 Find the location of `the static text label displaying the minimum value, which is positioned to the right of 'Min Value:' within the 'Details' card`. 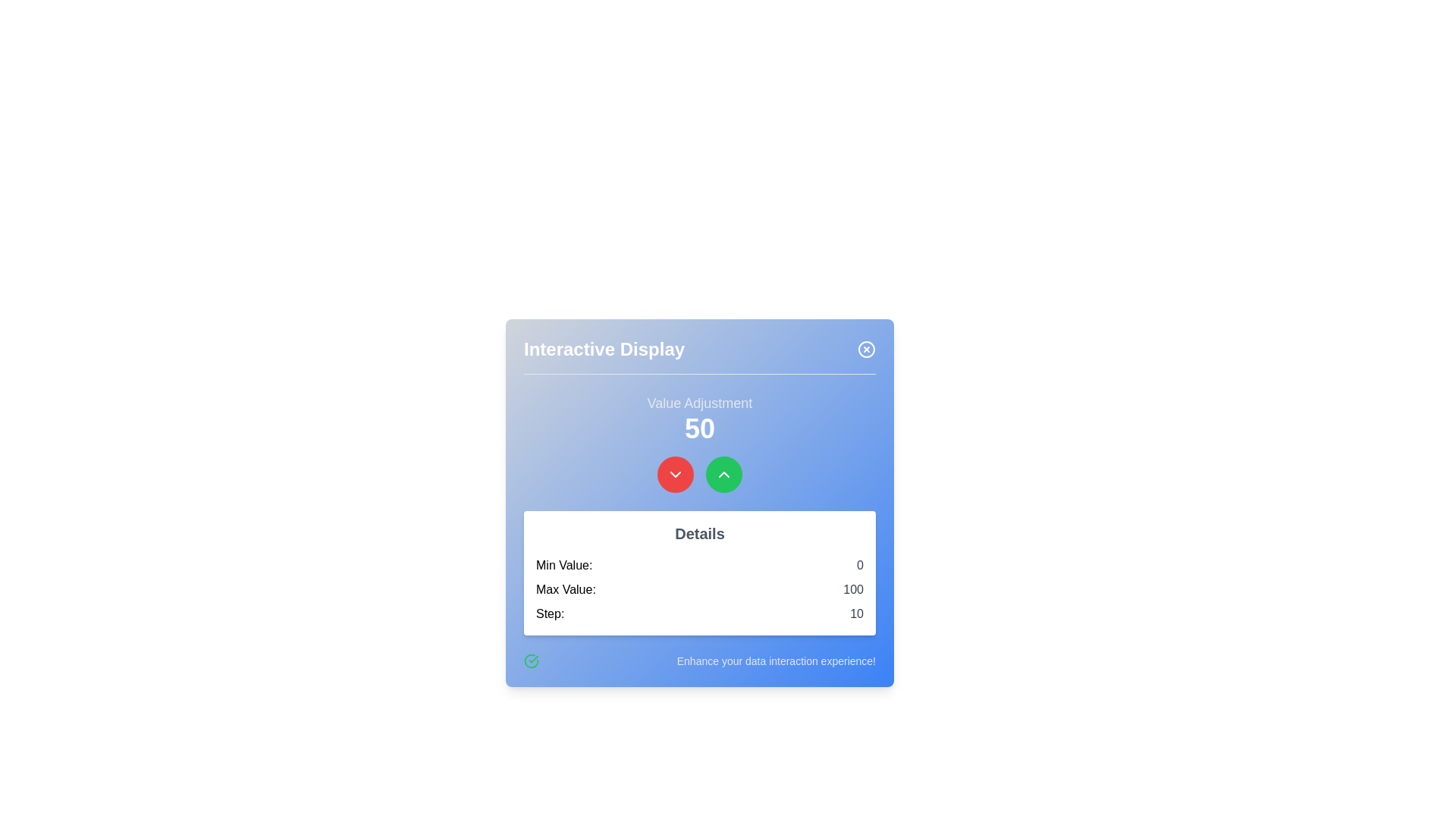

the static text label displaying the minimum value, which is positioned to the right of 'Min Value:' within the 'Details' card is located at coordinates (860, 565).